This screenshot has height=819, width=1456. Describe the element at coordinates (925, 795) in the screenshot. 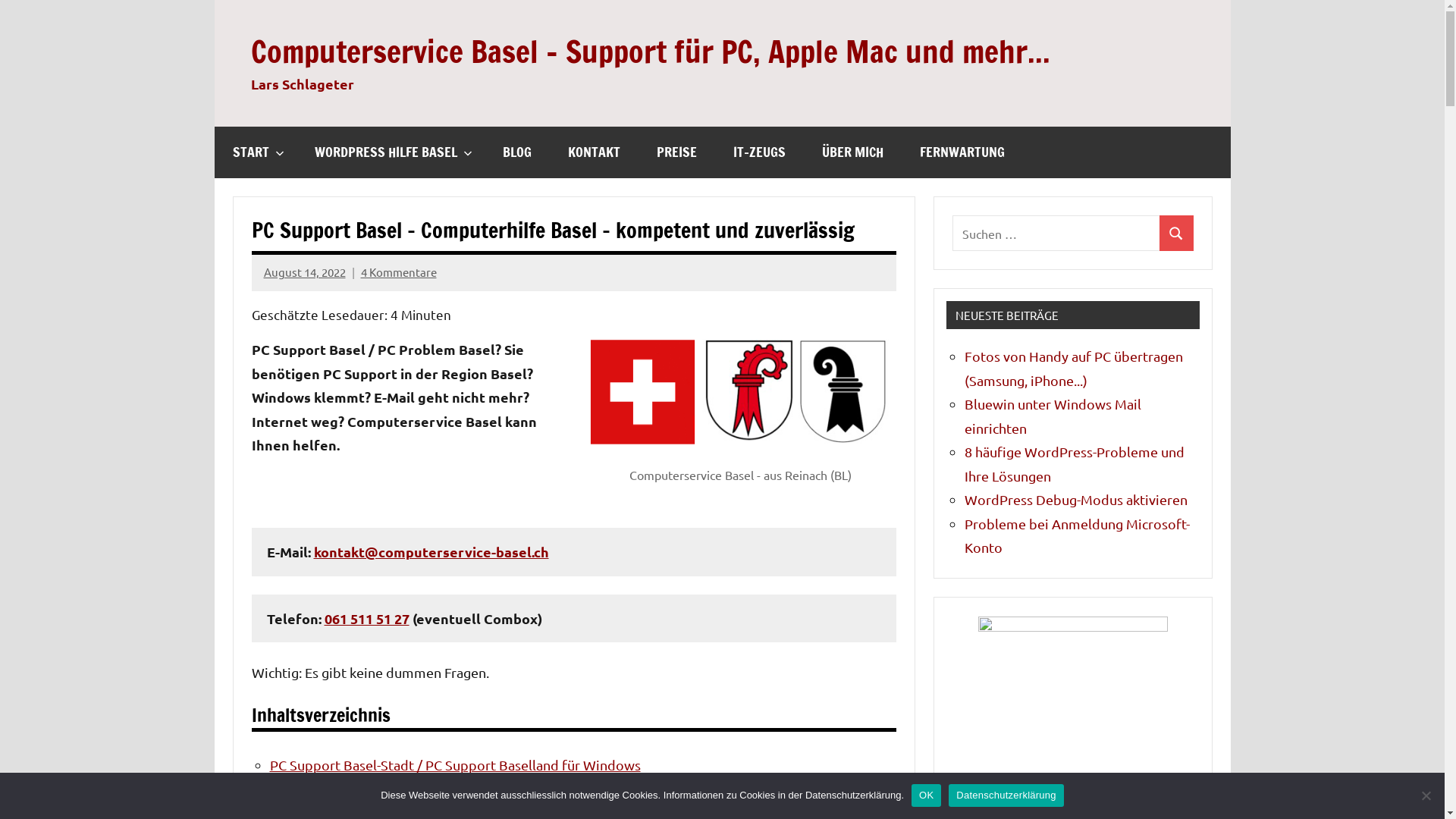

I see `'OK'` at that location.